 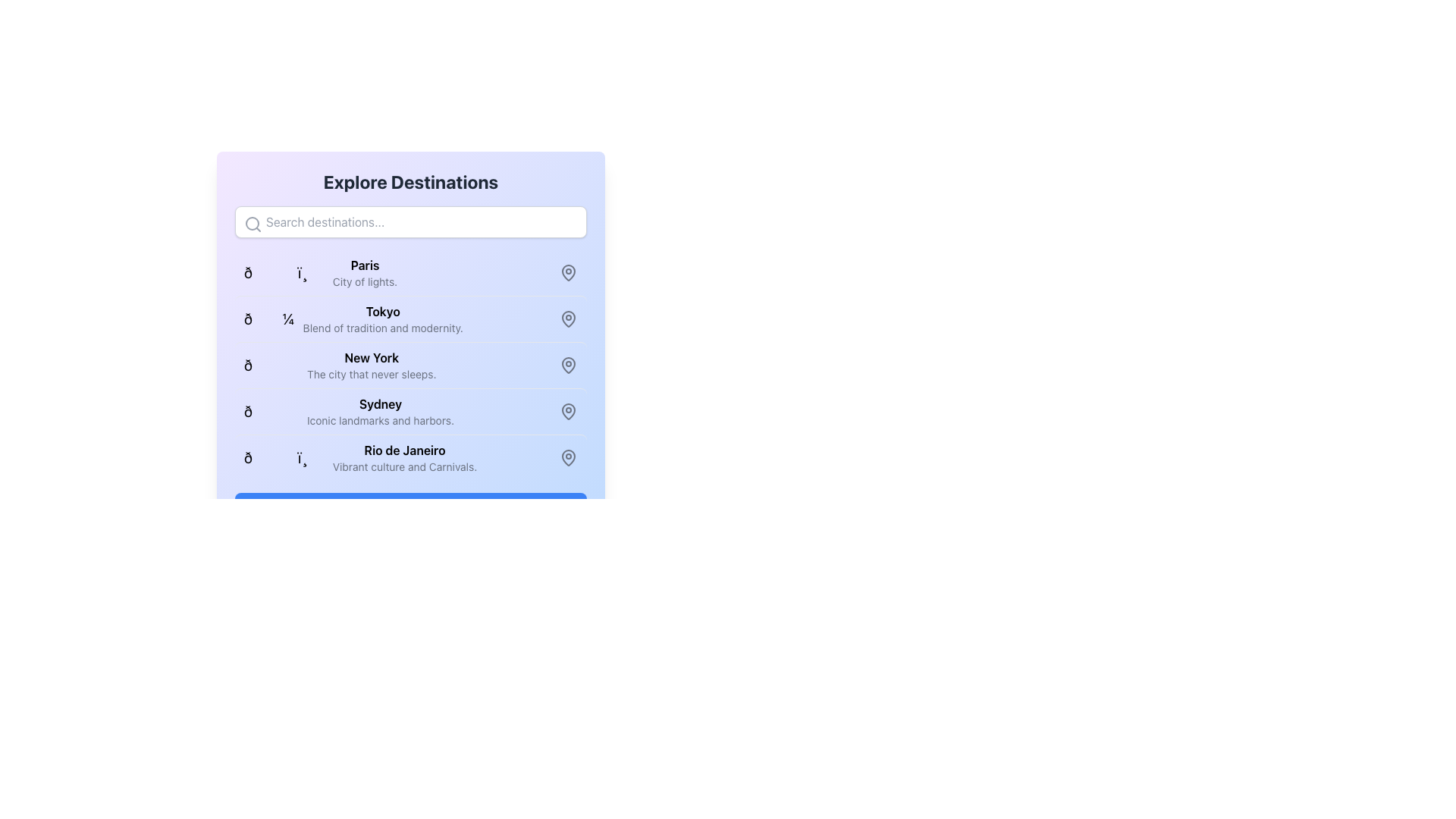 What do you see at coordinates (411, 456) in the screenshot?
I see `the fifth list item representing Rio de Janeiro in the 'Explore Destinations' section to trigger the visual highlight effect` at bounding box center [411, 456].